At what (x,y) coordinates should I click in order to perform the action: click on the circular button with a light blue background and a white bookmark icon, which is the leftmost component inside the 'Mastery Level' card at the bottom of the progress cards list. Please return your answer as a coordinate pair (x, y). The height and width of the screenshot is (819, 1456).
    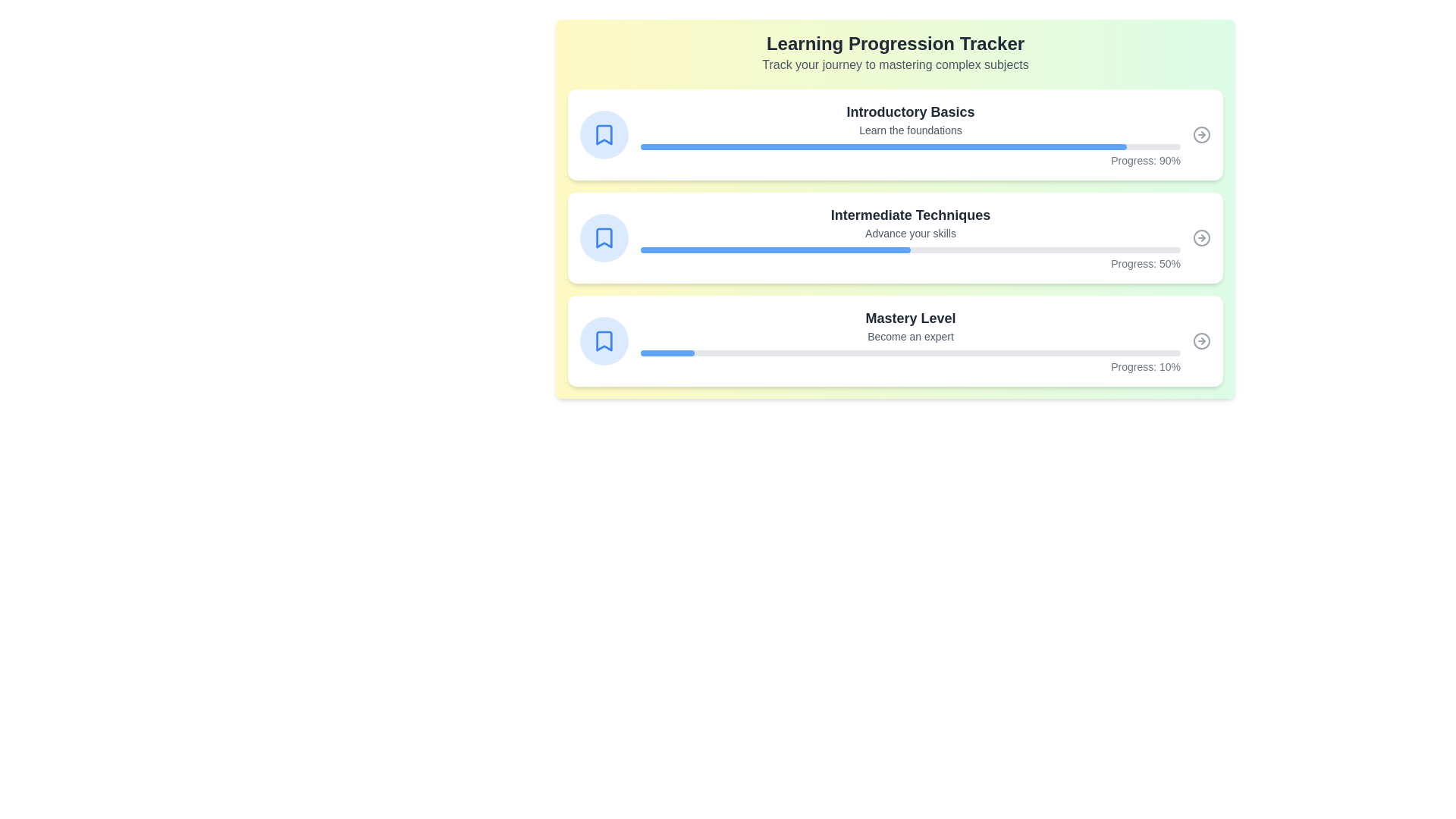
    Looking at the image, I should click on (603, 341).